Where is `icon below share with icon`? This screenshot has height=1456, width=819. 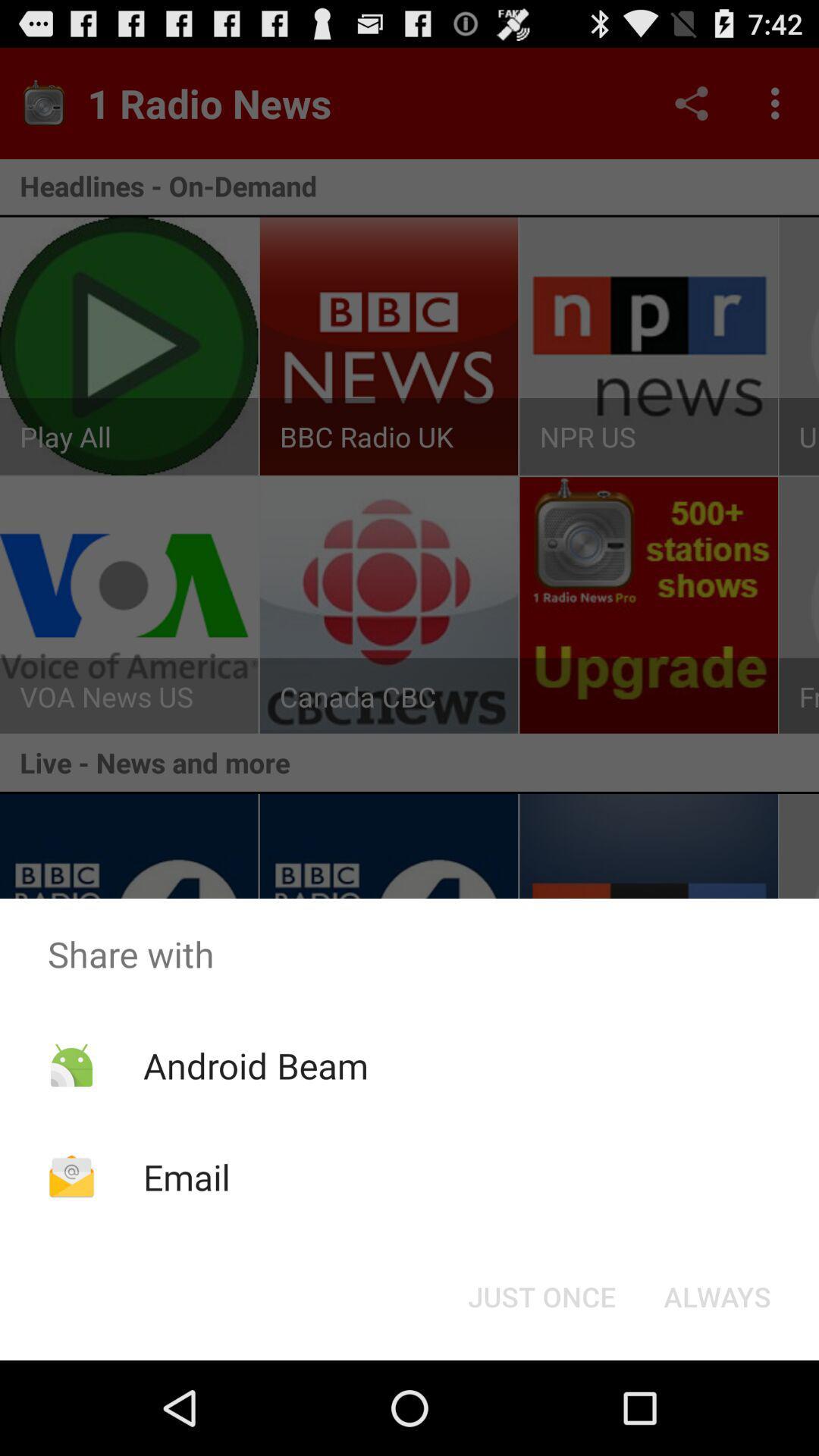 icon below share with icon is located at coordinates (255, 1065).